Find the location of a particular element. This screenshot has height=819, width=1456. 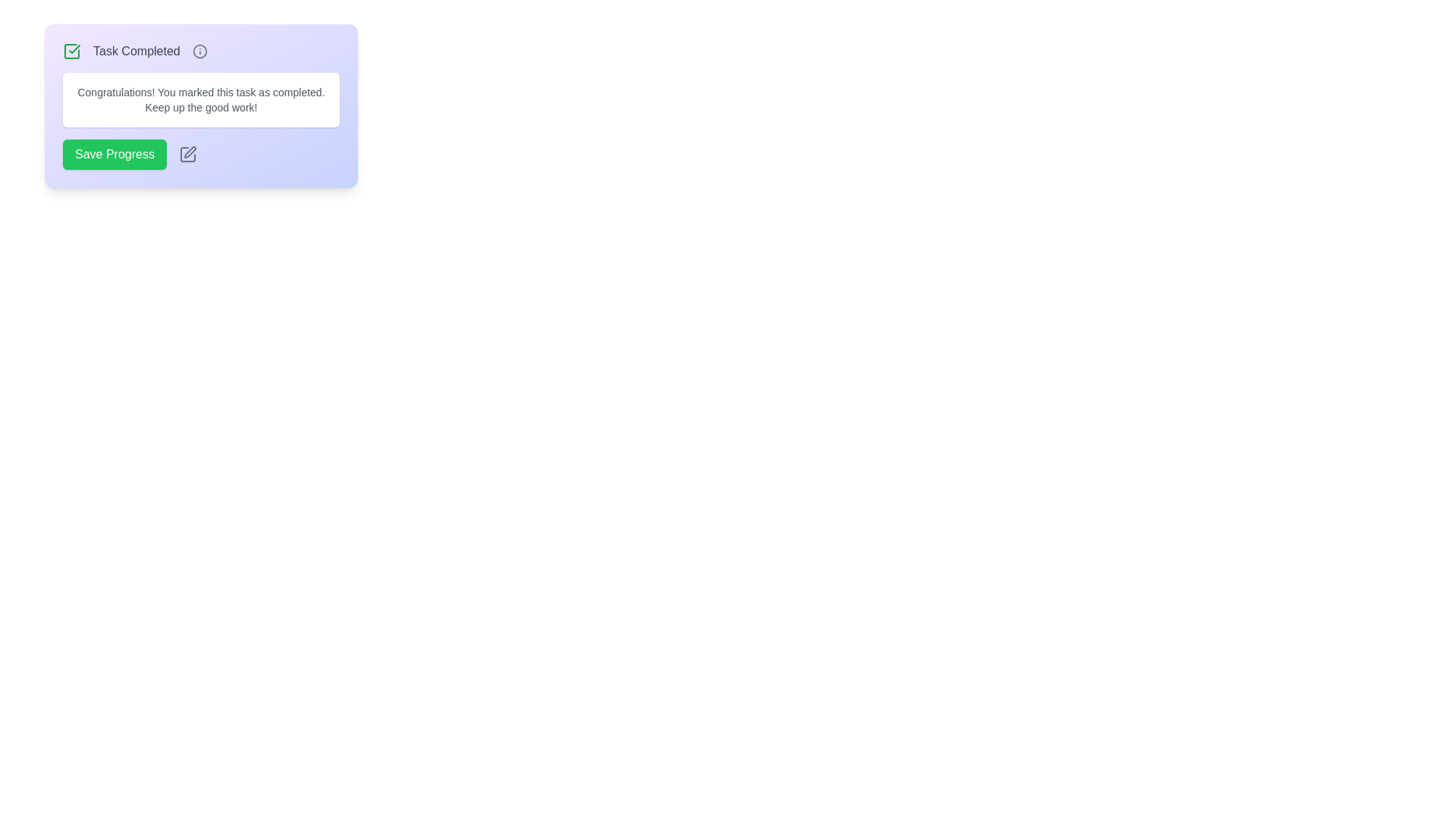

the congratulatory message that acknowledges task completion, which is centrally positioned below the 'Task Completed' row and above the 'Save Progress' button is located at coordinates (200, 99).